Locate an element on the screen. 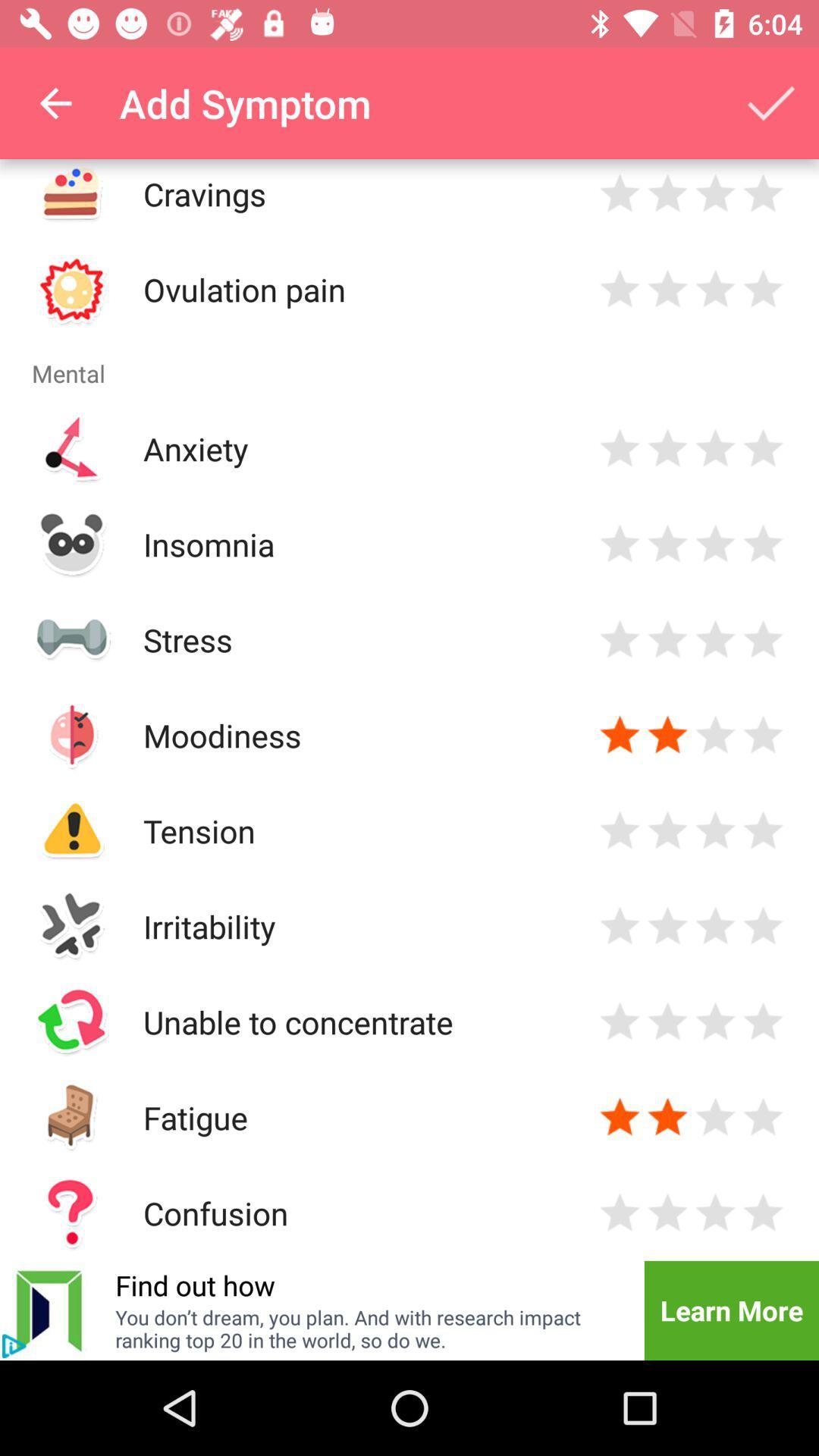 The width and height of the screenshot is (819, 1456). three stars is located at coordinates (715, 289).